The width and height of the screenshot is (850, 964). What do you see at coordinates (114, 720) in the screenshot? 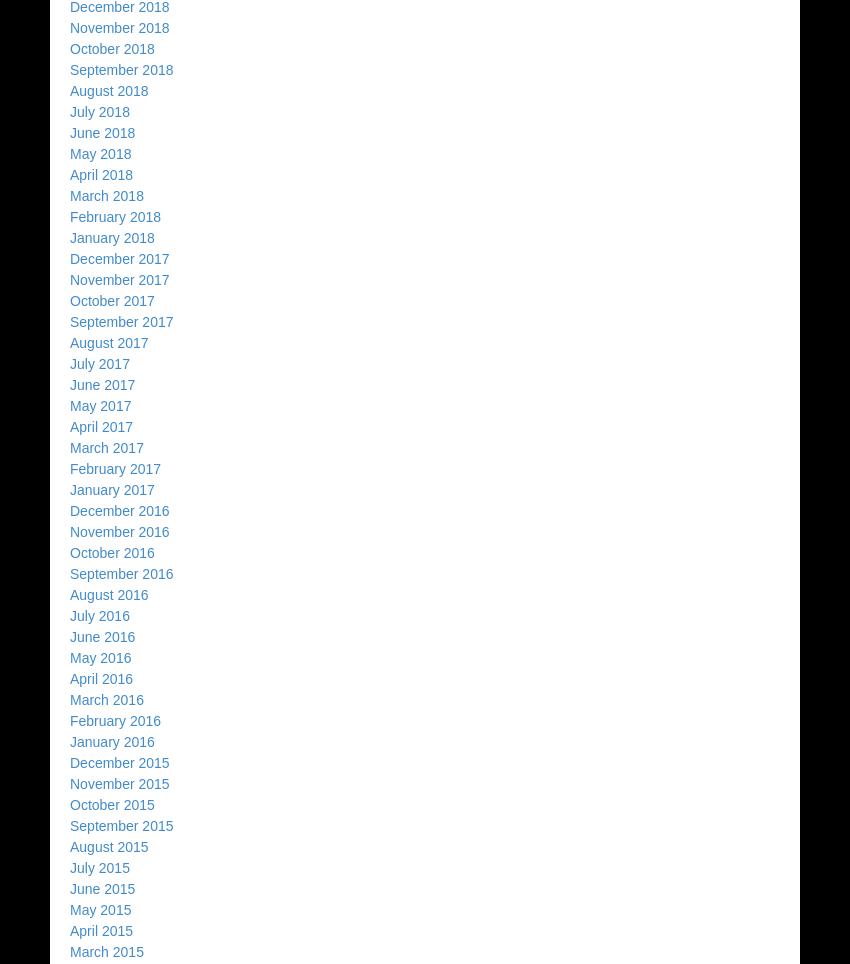
I see `'February 2016'` at bounding box center [114, 720].